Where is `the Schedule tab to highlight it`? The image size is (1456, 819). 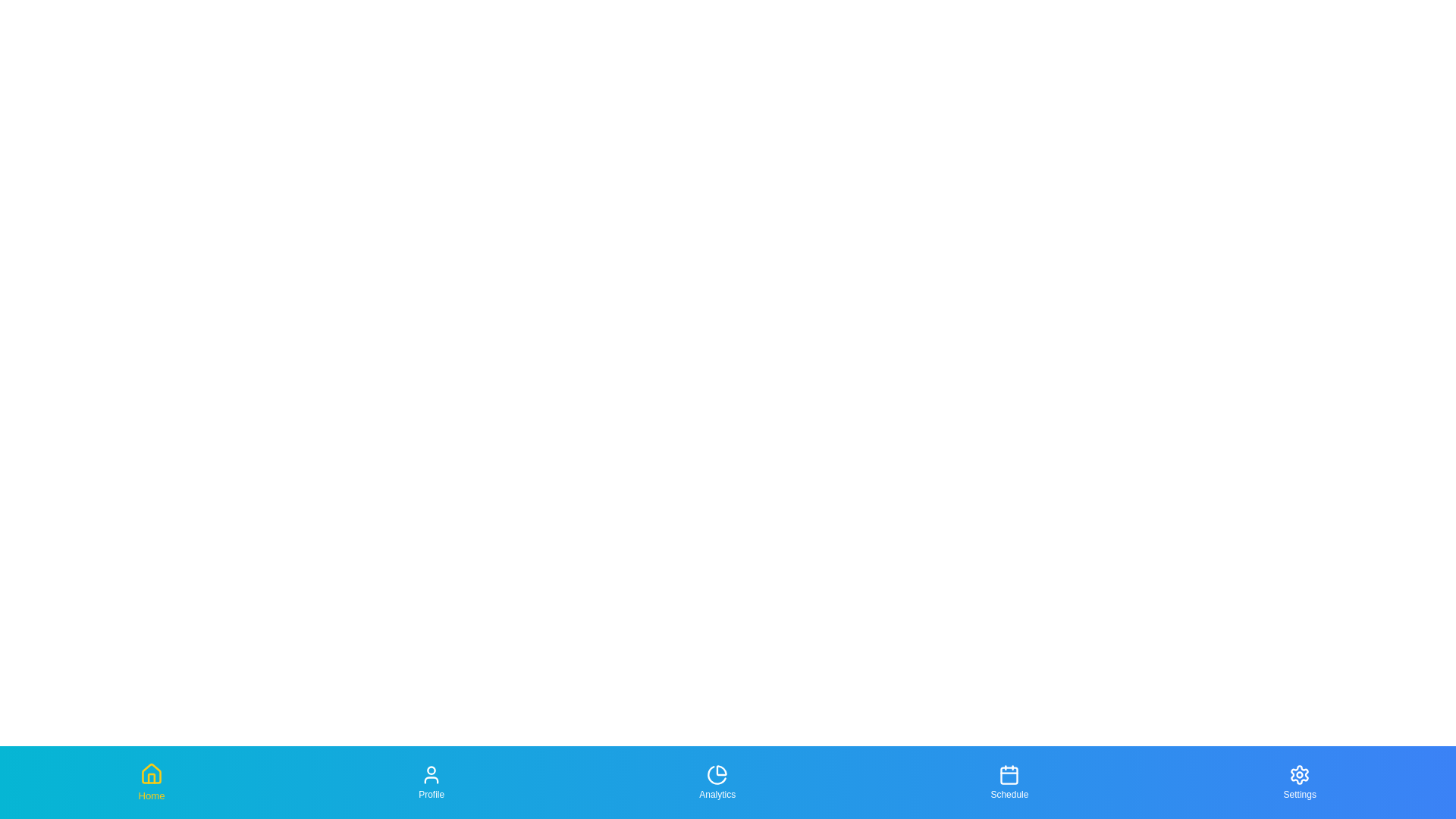 the Schedule tab to highlight it is located at coordinates (1009, 783).